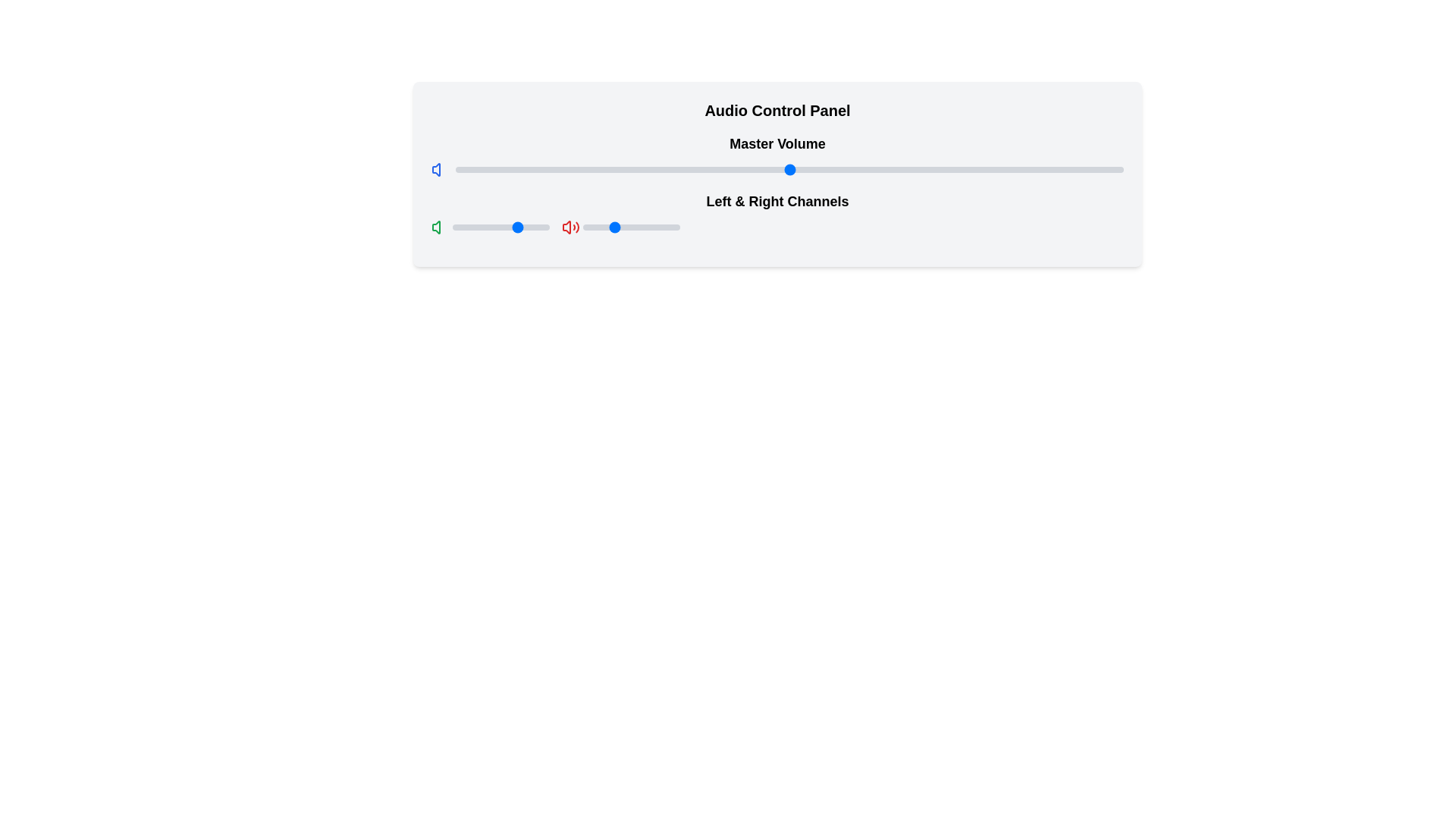 This screenshot has width=1456, height=819. Describe the element at coordinates (708, 166) in the screenshot. I see `the volume slider` at that location.